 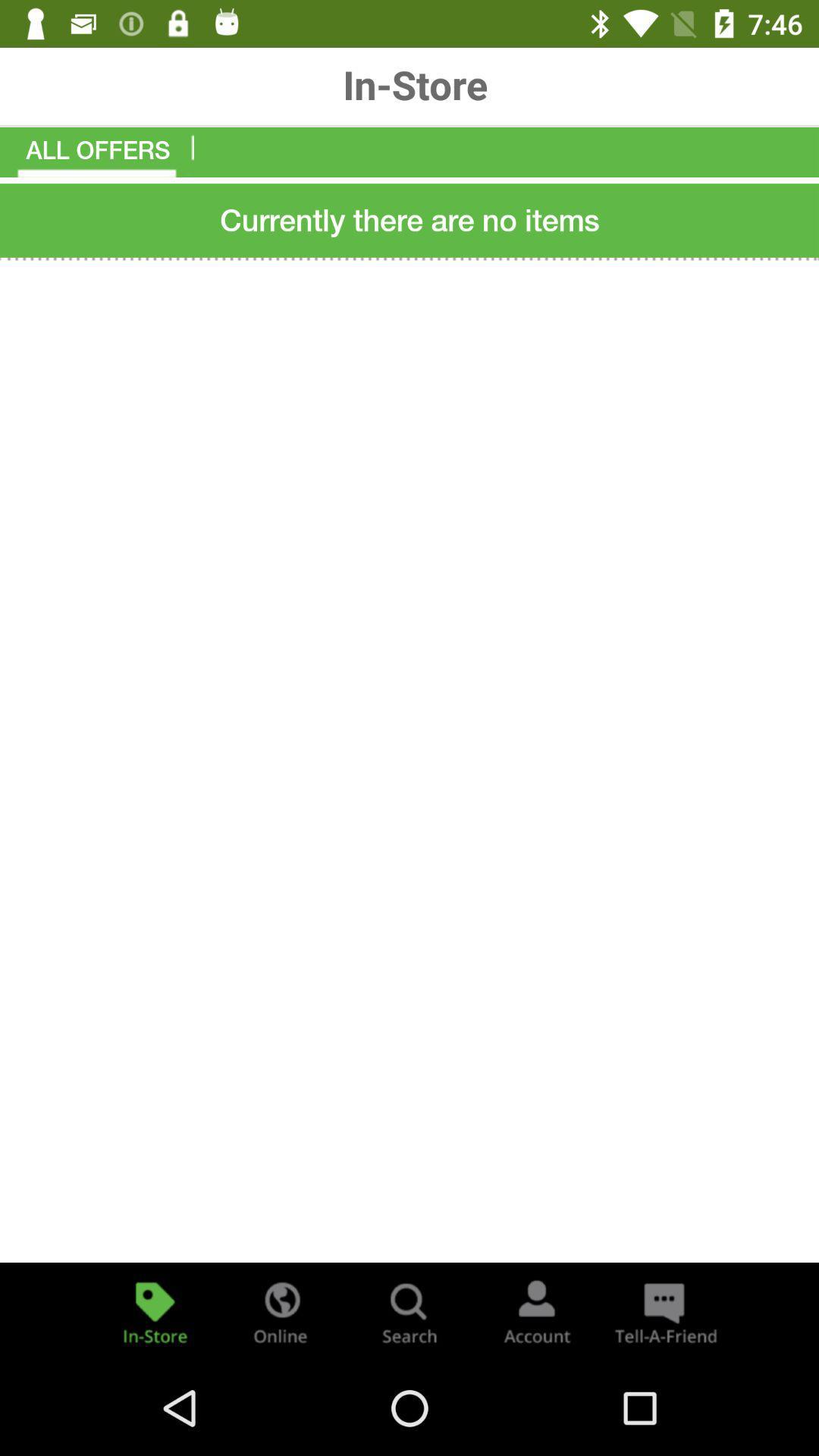 I want to click on search for item online, so click(x=281, y=1310).